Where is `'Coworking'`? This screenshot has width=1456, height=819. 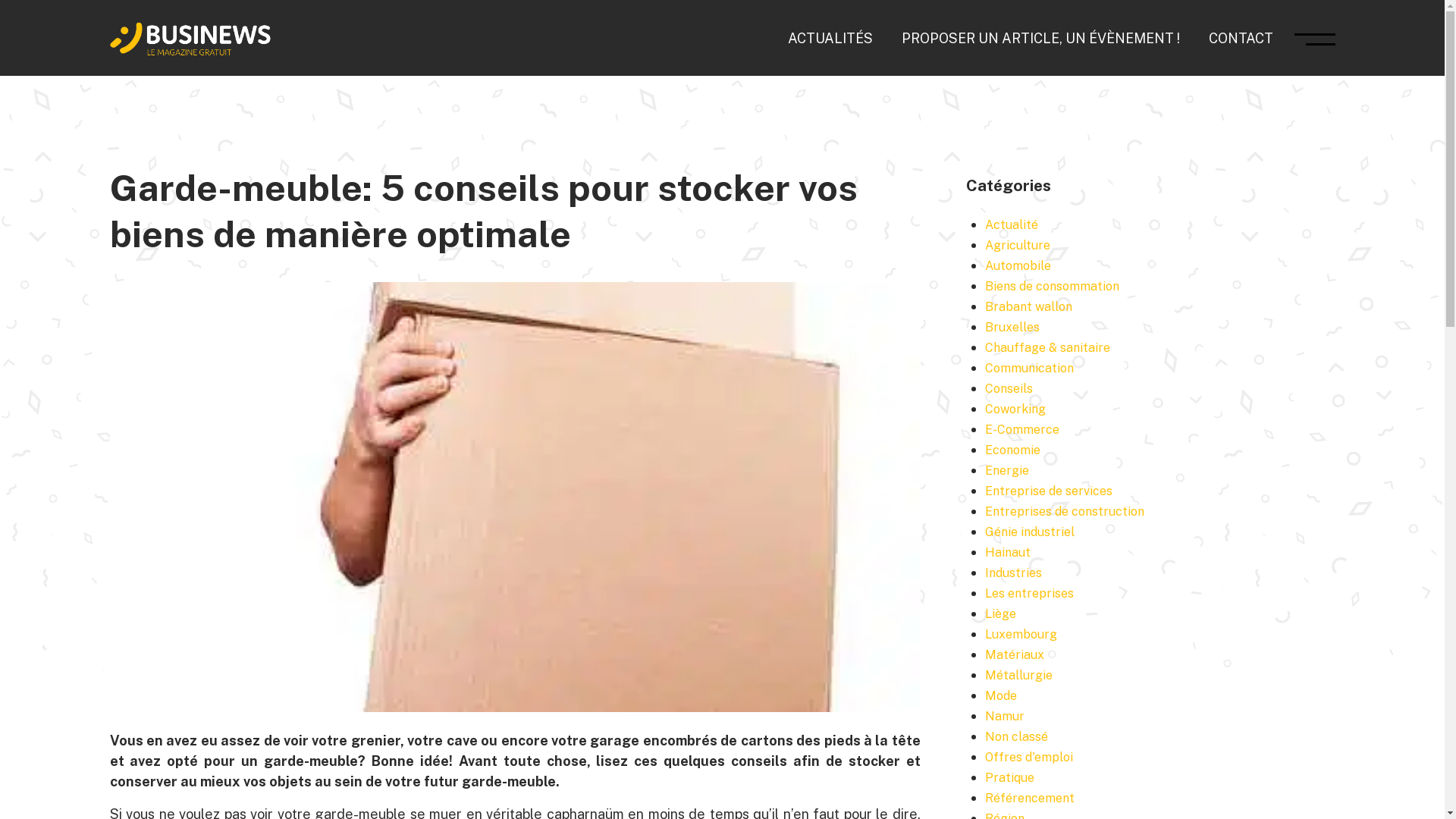 'Coworking' is located at coordinates (985, 408).